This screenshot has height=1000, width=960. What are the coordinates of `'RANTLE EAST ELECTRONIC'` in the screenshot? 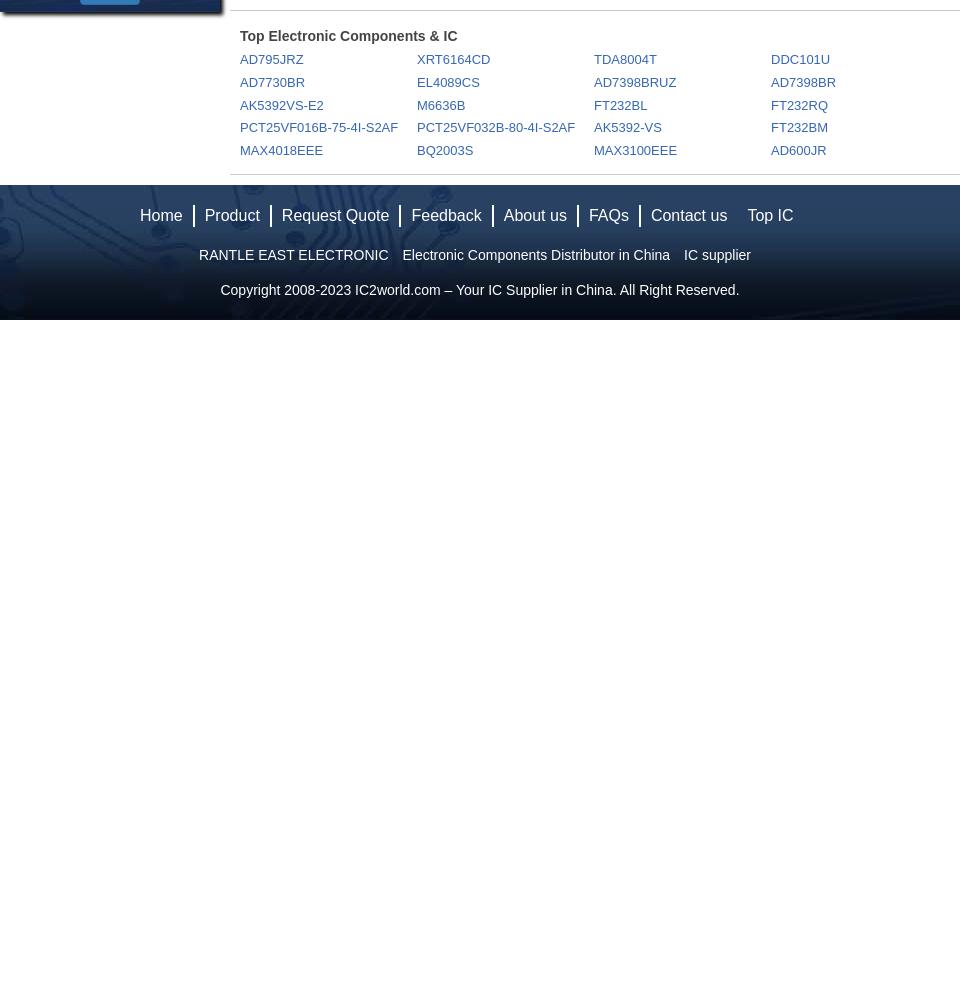 It's located at (292, 255).